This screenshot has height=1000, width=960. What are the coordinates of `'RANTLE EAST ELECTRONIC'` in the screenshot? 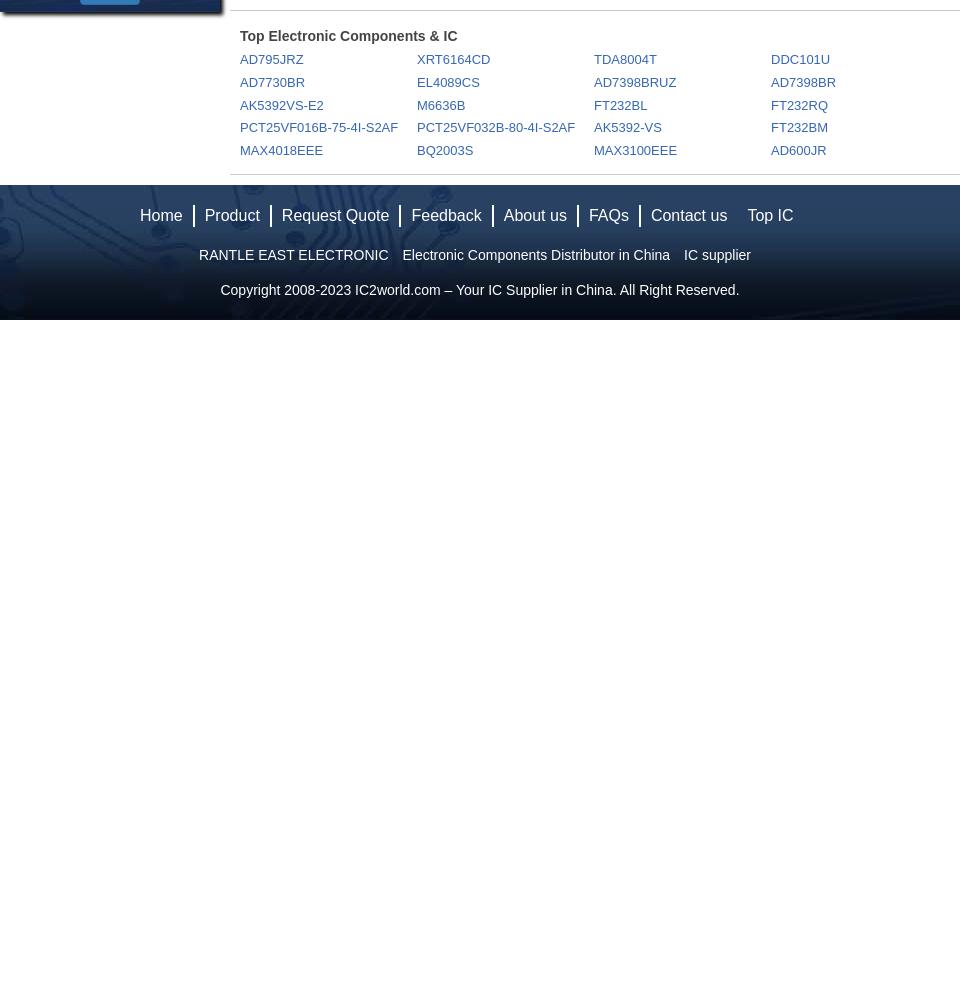 It's located at (292, 255).